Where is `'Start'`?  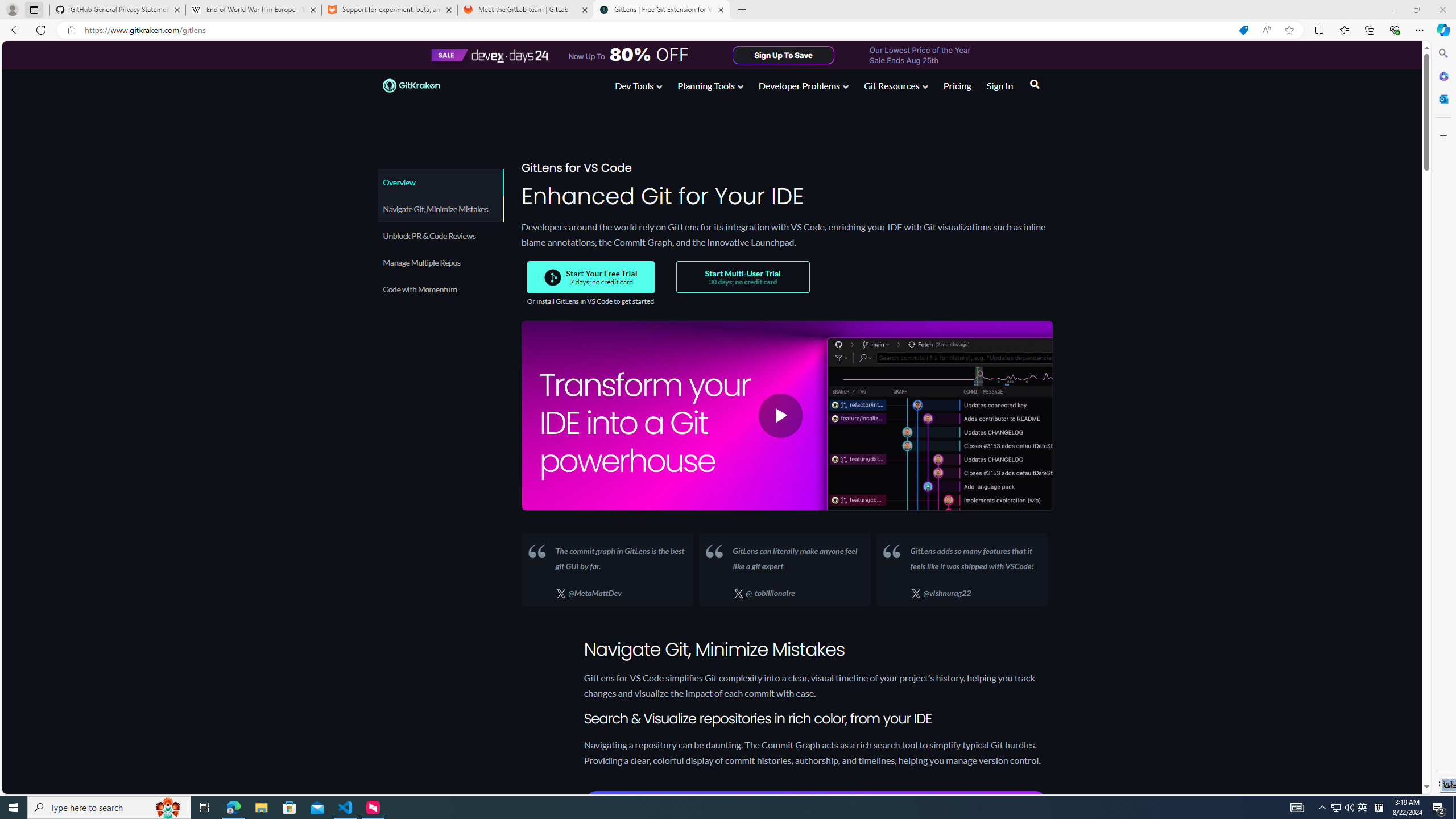
'Start' is located at coordinates (14, 806).